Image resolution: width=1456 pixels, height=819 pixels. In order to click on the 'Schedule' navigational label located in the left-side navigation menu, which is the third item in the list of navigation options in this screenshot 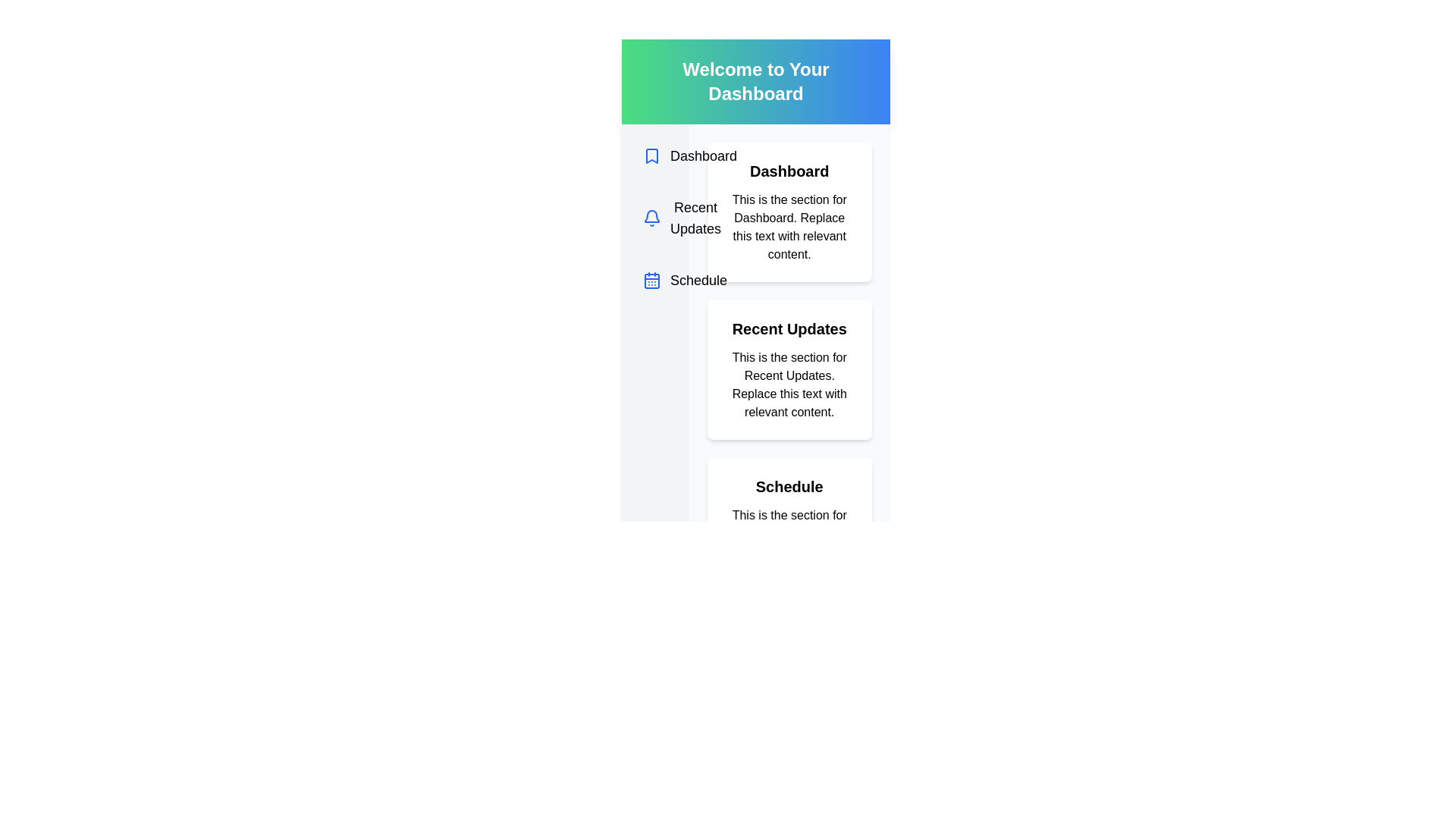, I will do `click(698, 281)`.